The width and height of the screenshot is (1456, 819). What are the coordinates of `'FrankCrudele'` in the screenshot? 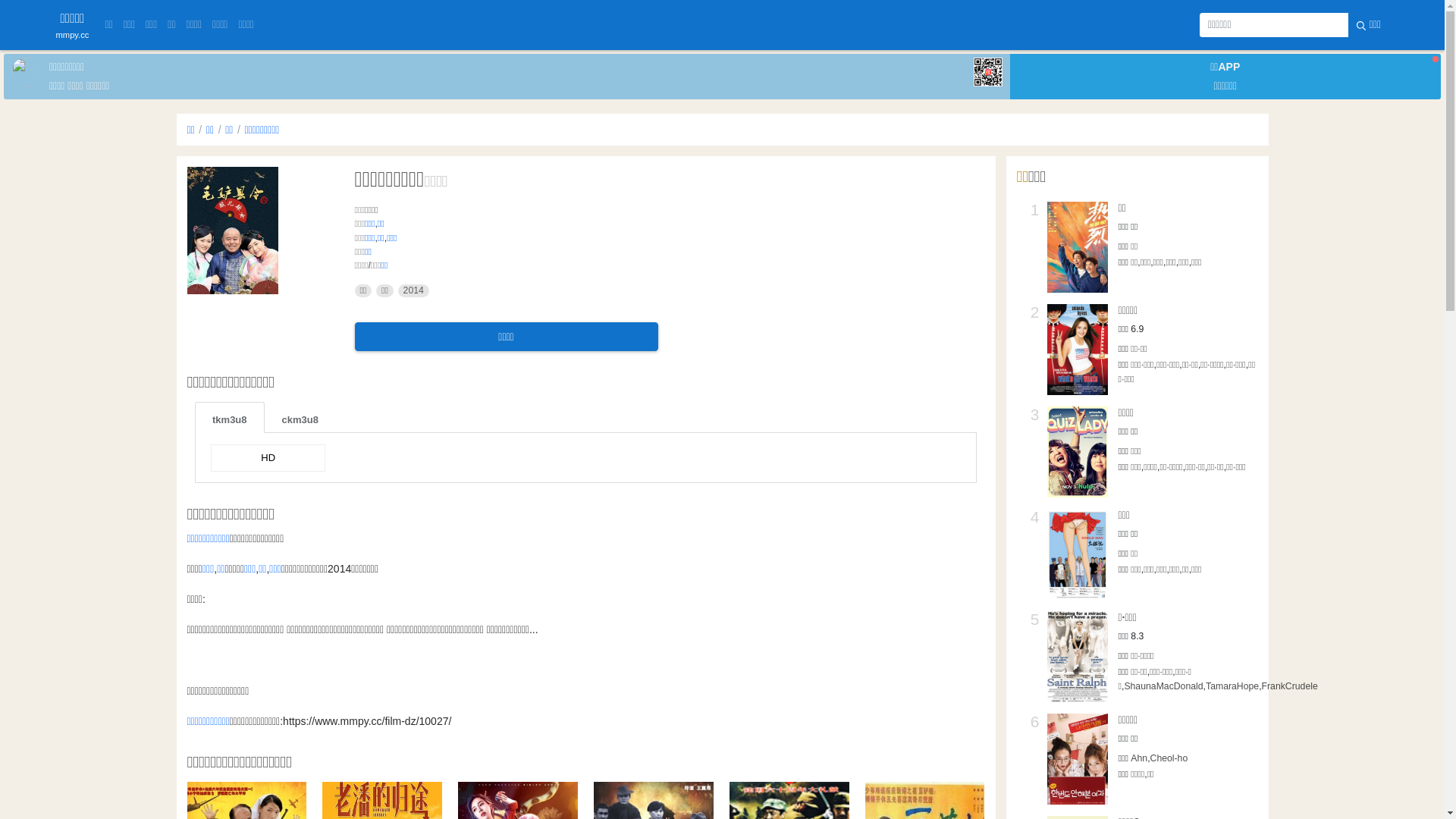 It's located at (1288, 686).